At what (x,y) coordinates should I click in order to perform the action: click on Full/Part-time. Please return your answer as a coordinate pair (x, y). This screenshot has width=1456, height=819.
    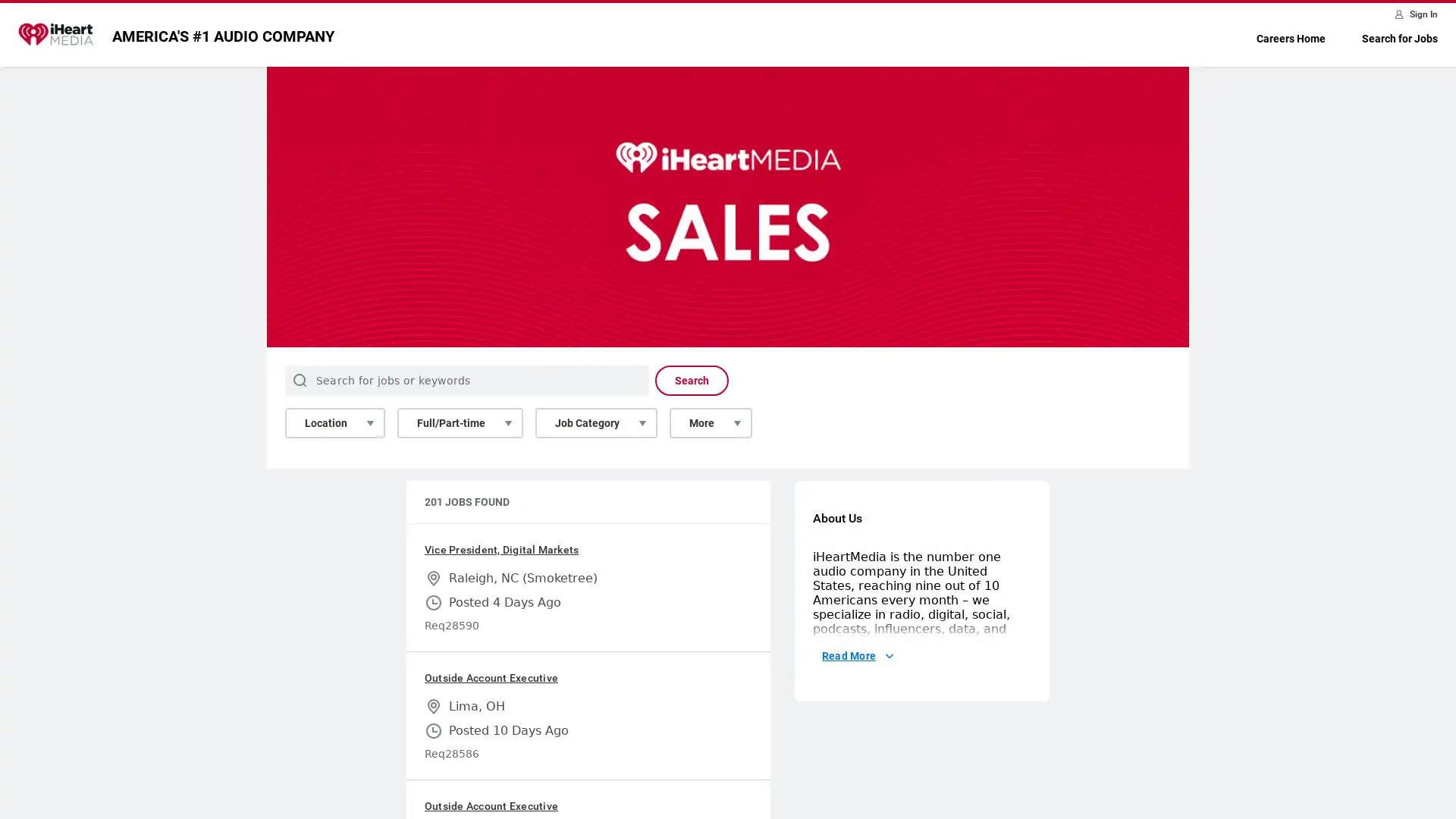
    Looking at the image, I should click on (459, 423).